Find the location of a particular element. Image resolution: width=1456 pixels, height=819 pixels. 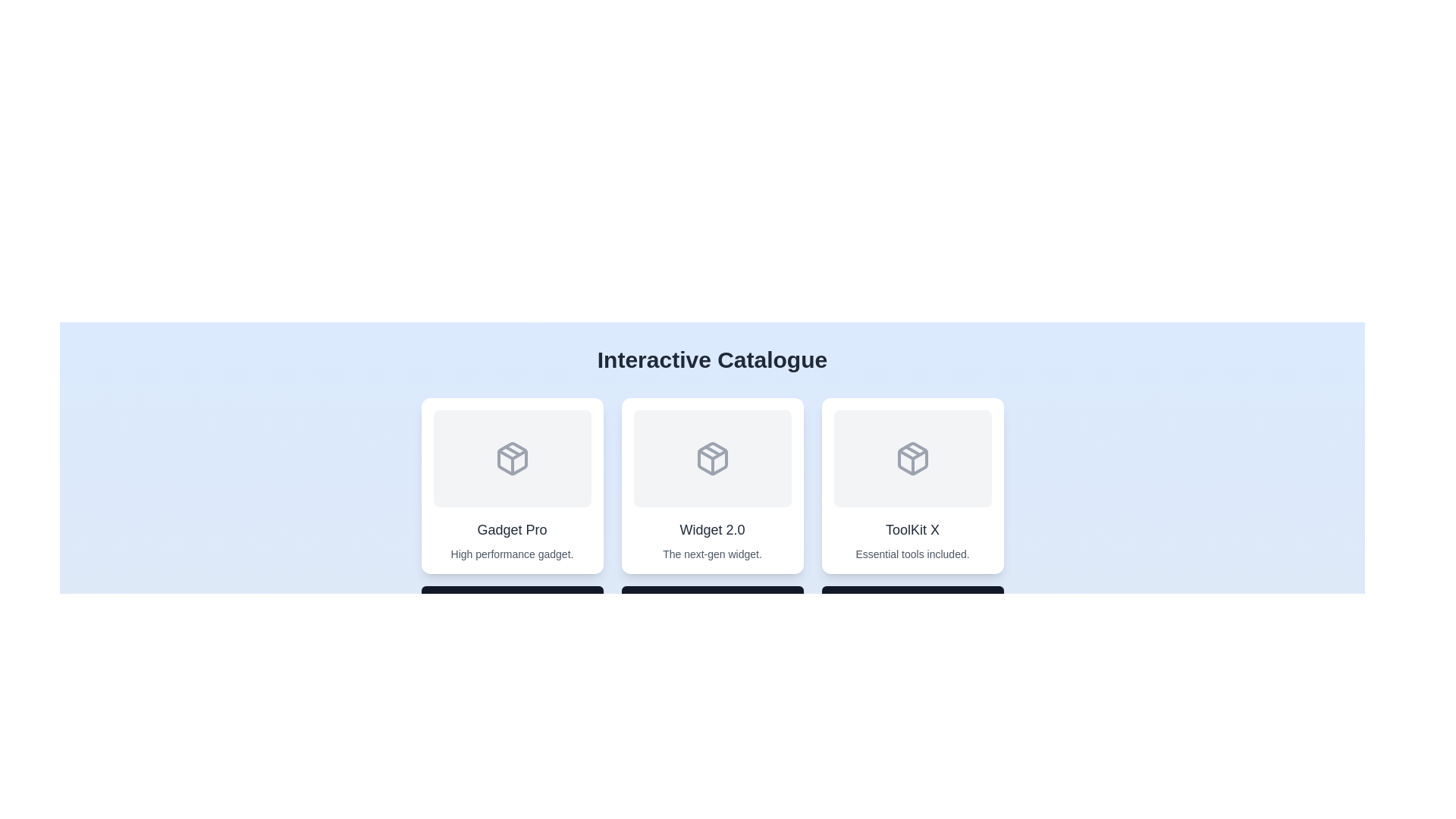

the text label 'Gadget Pro' is located at coordinates (512, 529).